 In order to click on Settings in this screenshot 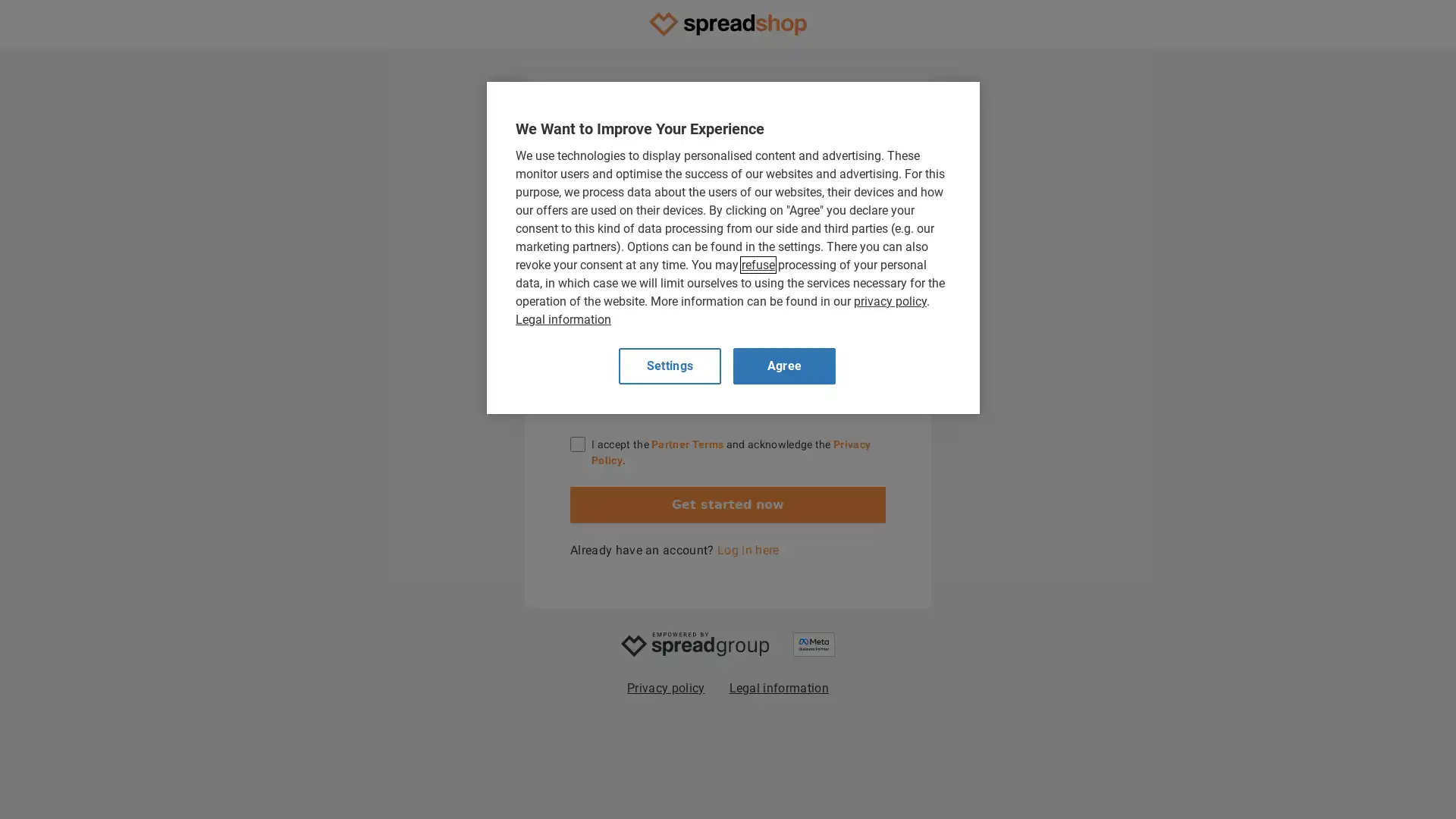, I will do `click(669, 366)`.